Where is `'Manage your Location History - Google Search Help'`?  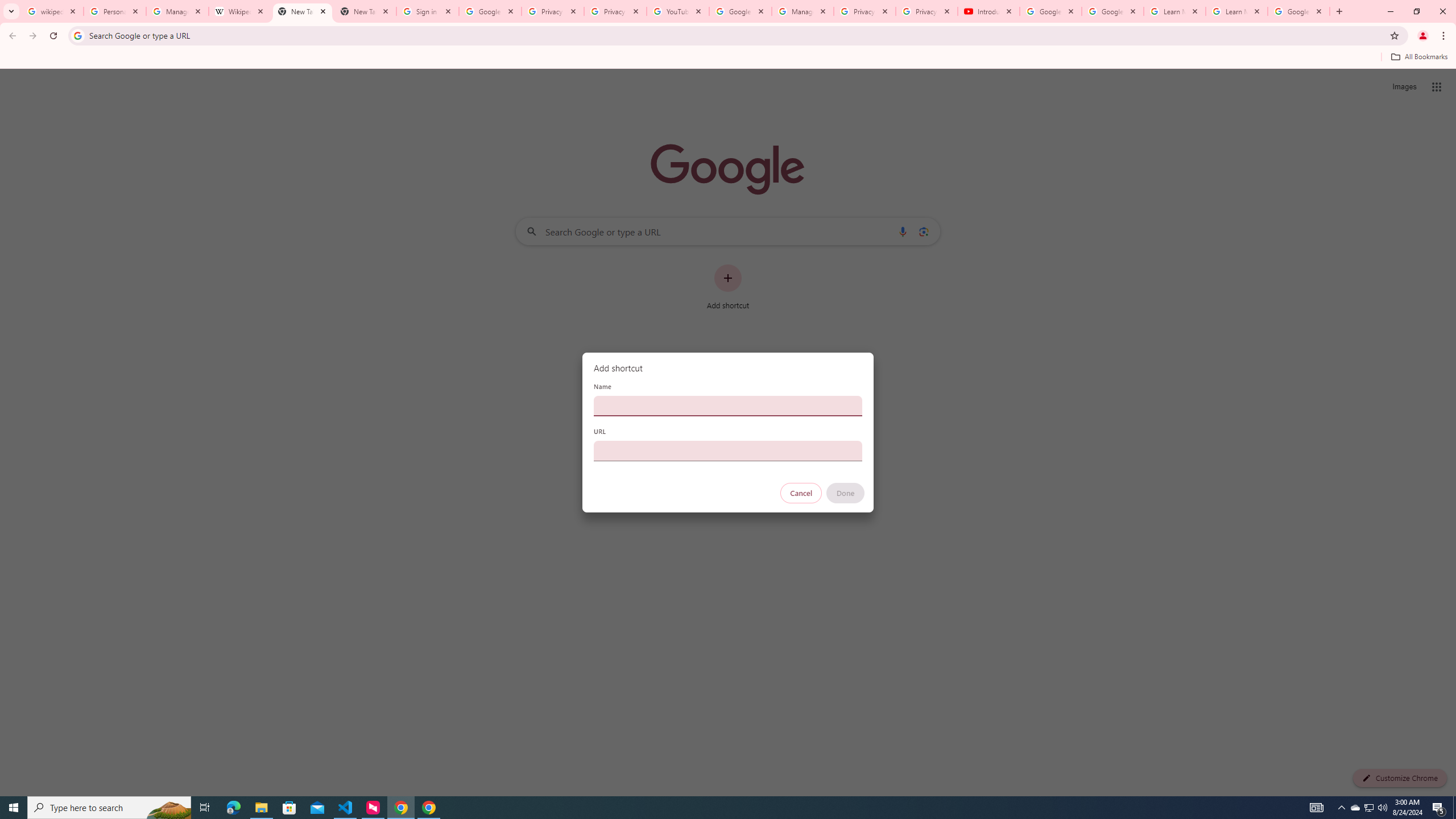
'Manage your Location History - Google Search Help' is located at coordinates (177, 11).